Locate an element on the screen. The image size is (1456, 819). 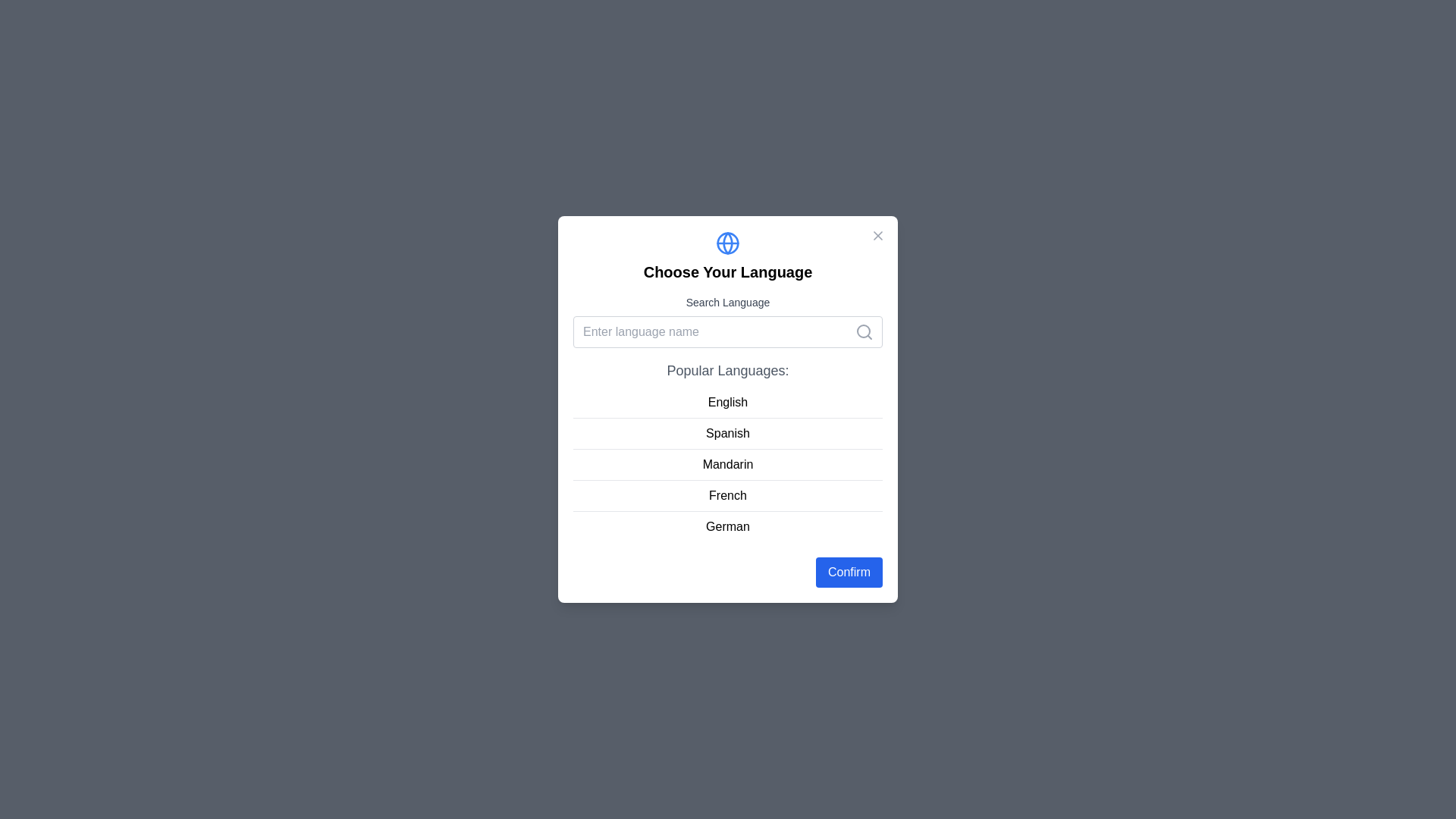
the close button at the top right of the dialog to close it is located at coordinates (877, 236).